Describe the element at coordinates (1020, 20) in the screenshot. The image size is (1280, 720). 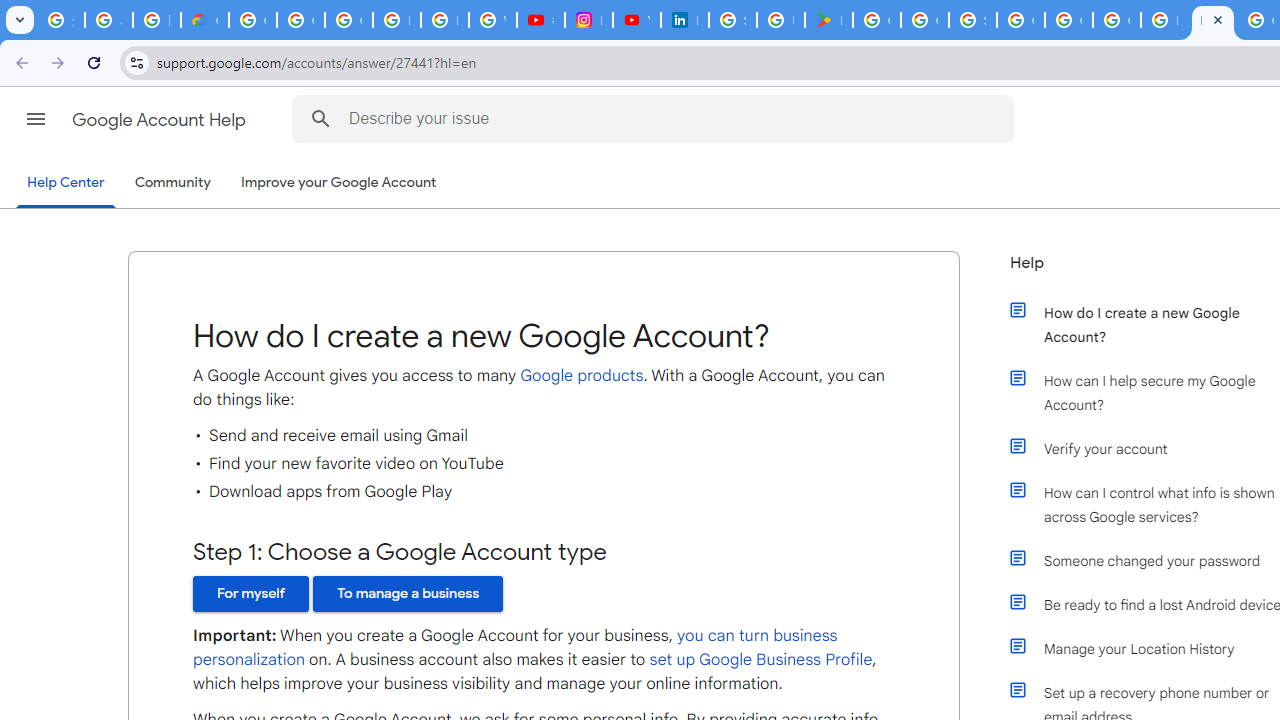
I see `'Google Cloud Platform'` at that location.